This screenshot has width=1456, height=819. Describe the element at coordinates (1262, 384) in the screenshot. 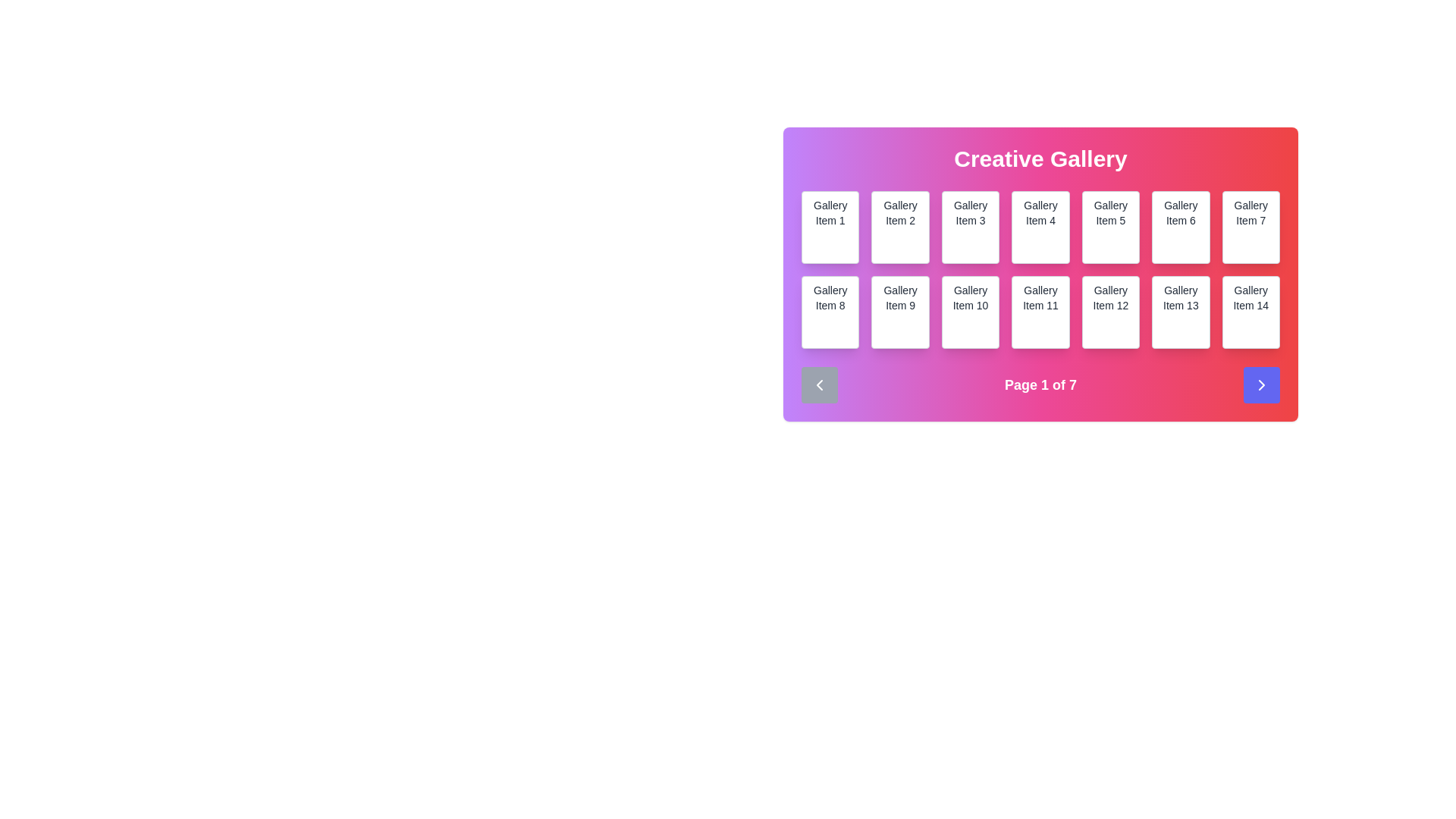

I see `the vibrant indigo rectangular button with a rounded border containing a white right-facing chevron icon` at that location.